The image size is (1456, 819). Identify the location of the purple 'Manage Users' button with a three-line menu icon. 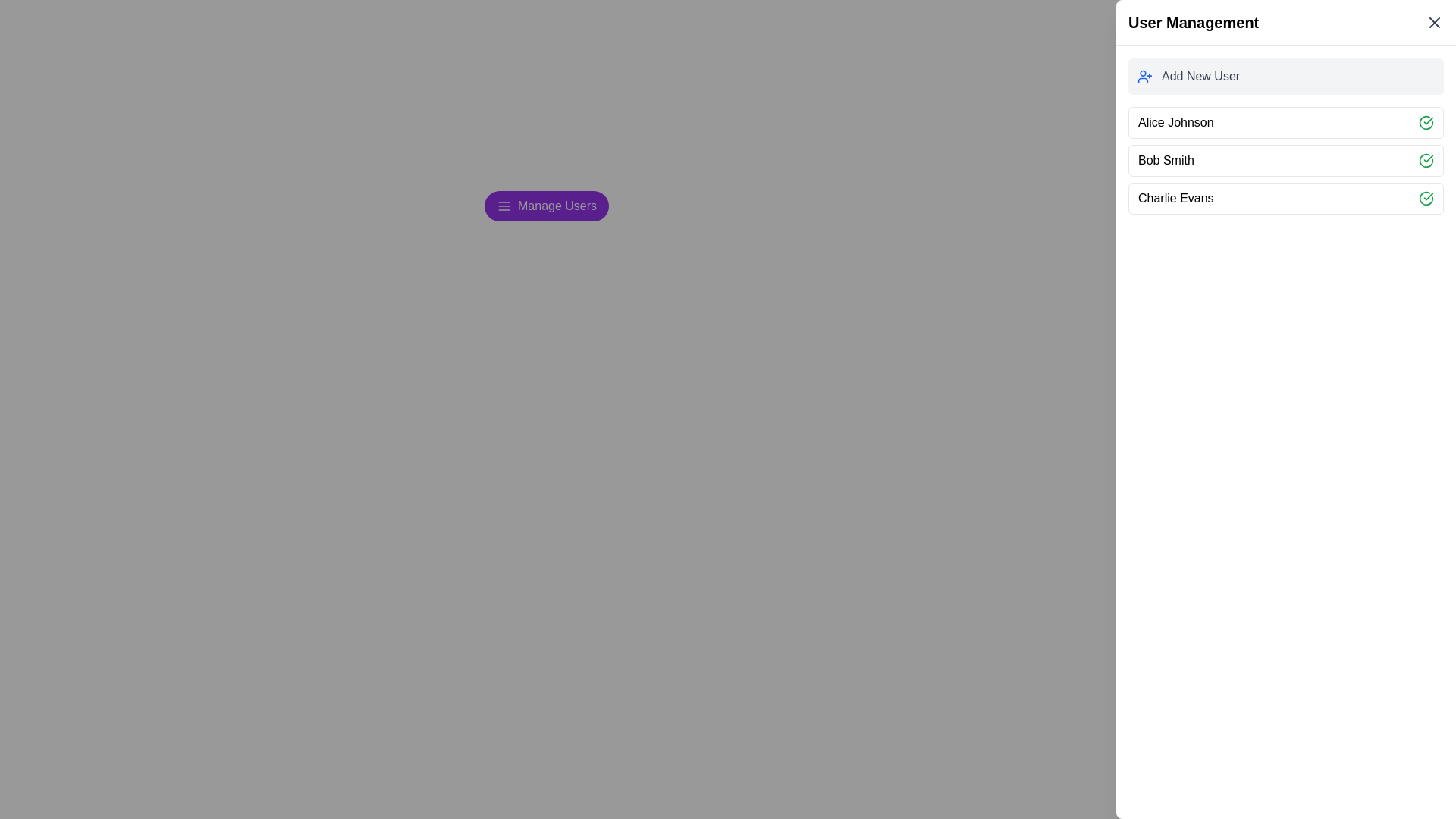
(546, 206).